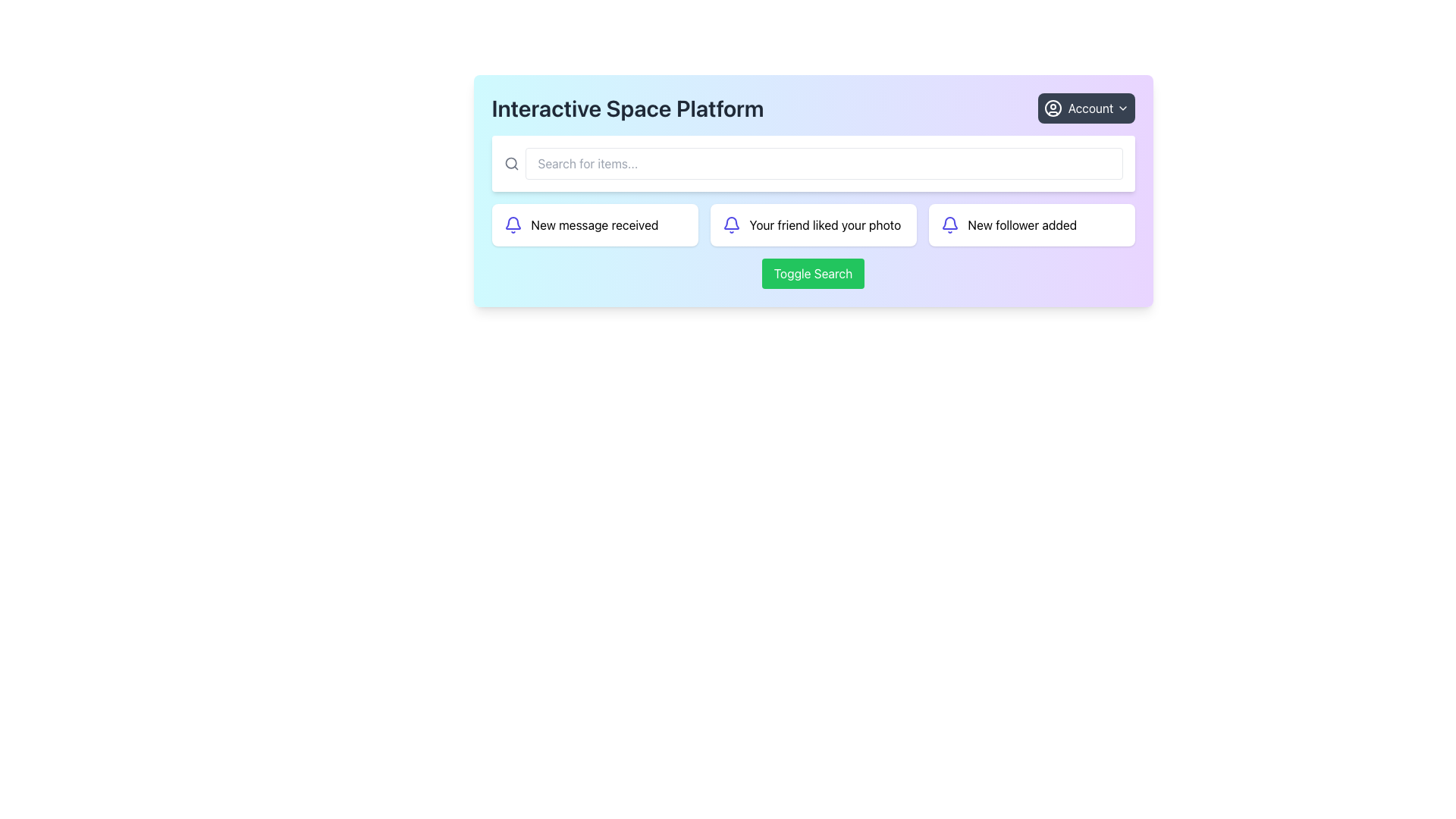 This screenshot has height=819, width=1456. I want to click on the bell icon indicating a new follower notification, which is the second component of the SVG structure in the button located to the far right of the row of three buttons below the search bar, so click(949, 223).